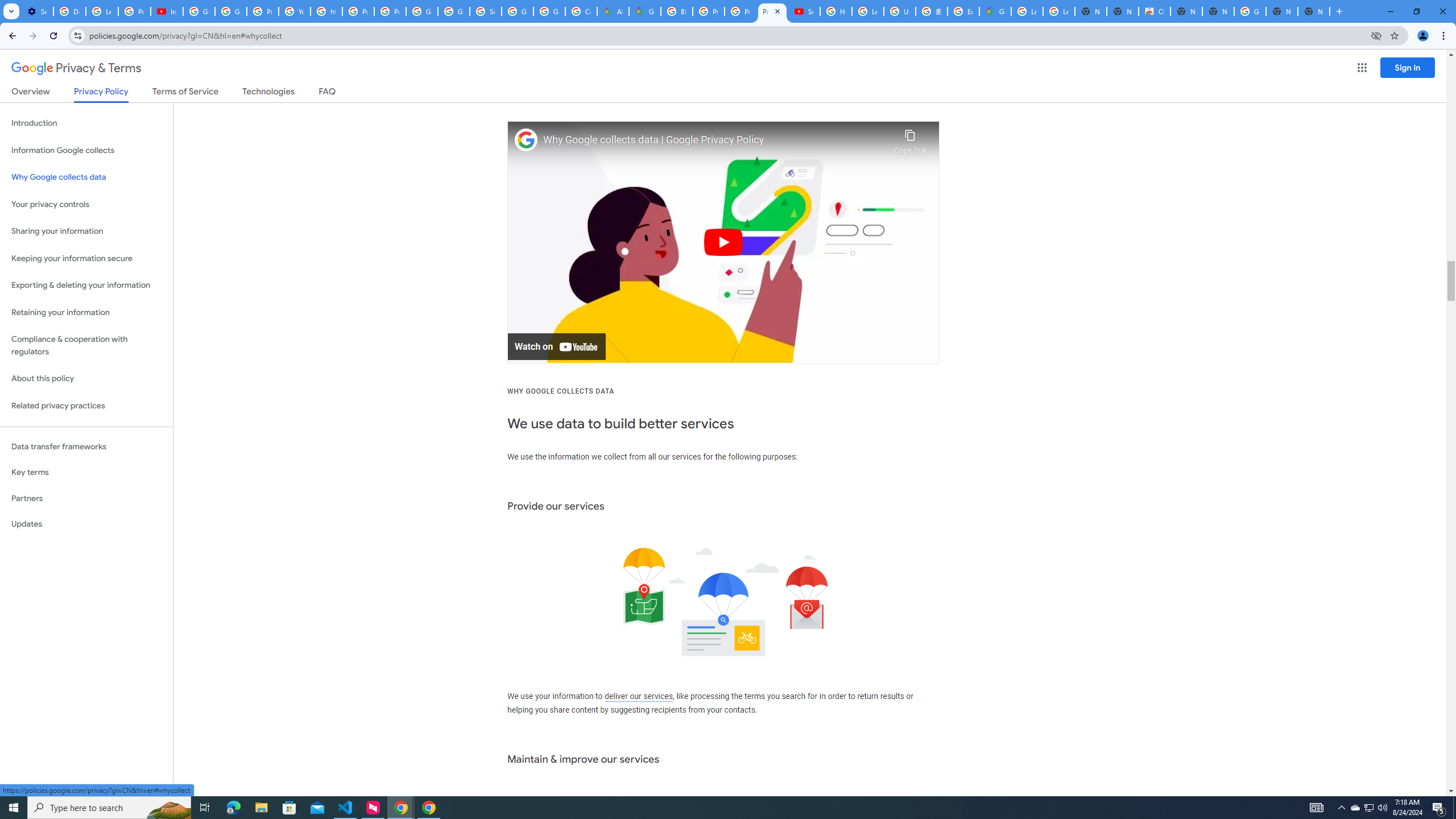  I want to click on 'Play', so click(723, 242).